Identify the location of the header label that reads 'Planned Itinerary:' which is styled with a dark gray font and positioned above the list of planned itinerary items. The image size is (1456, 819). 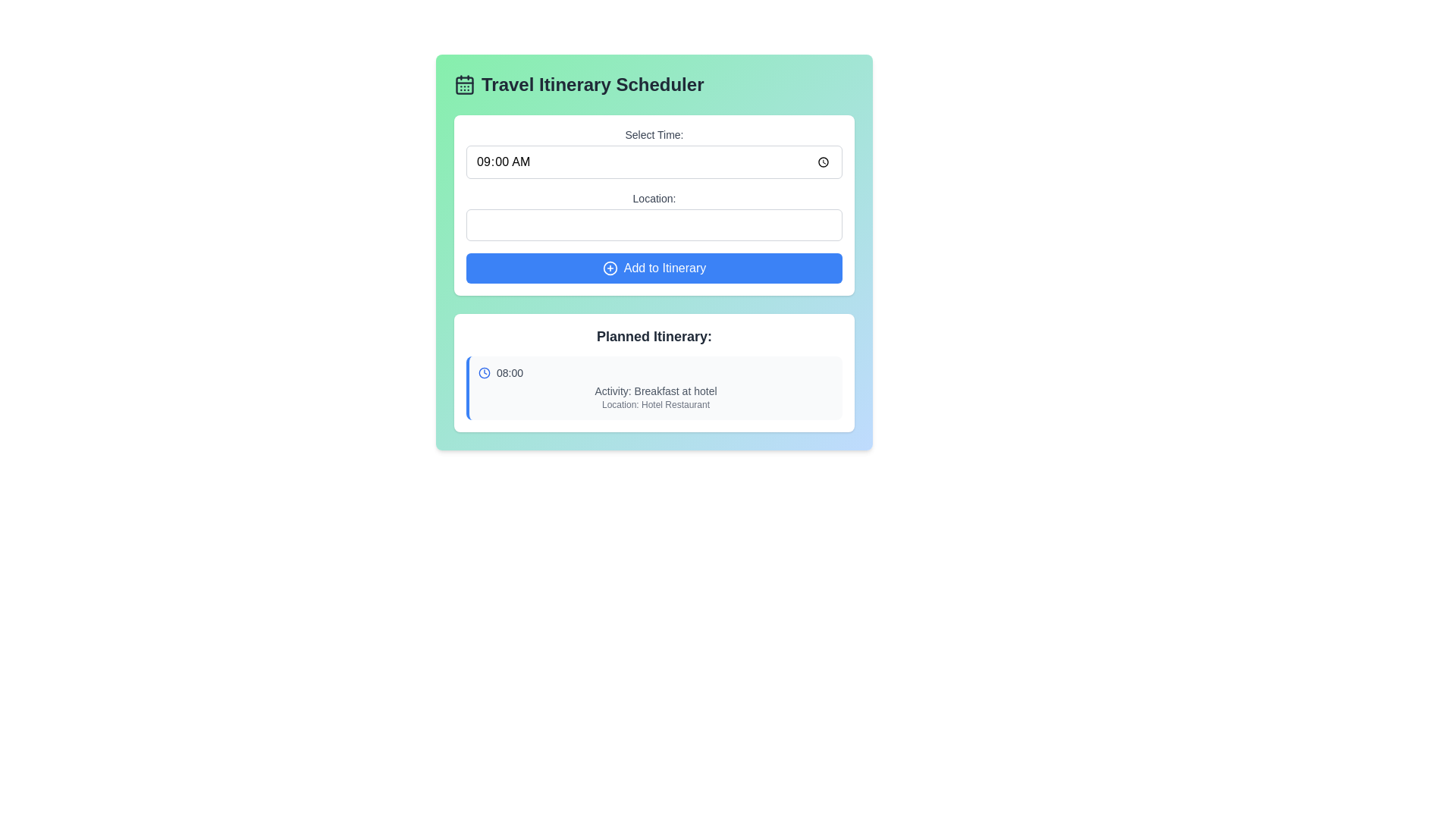
(654, 335).